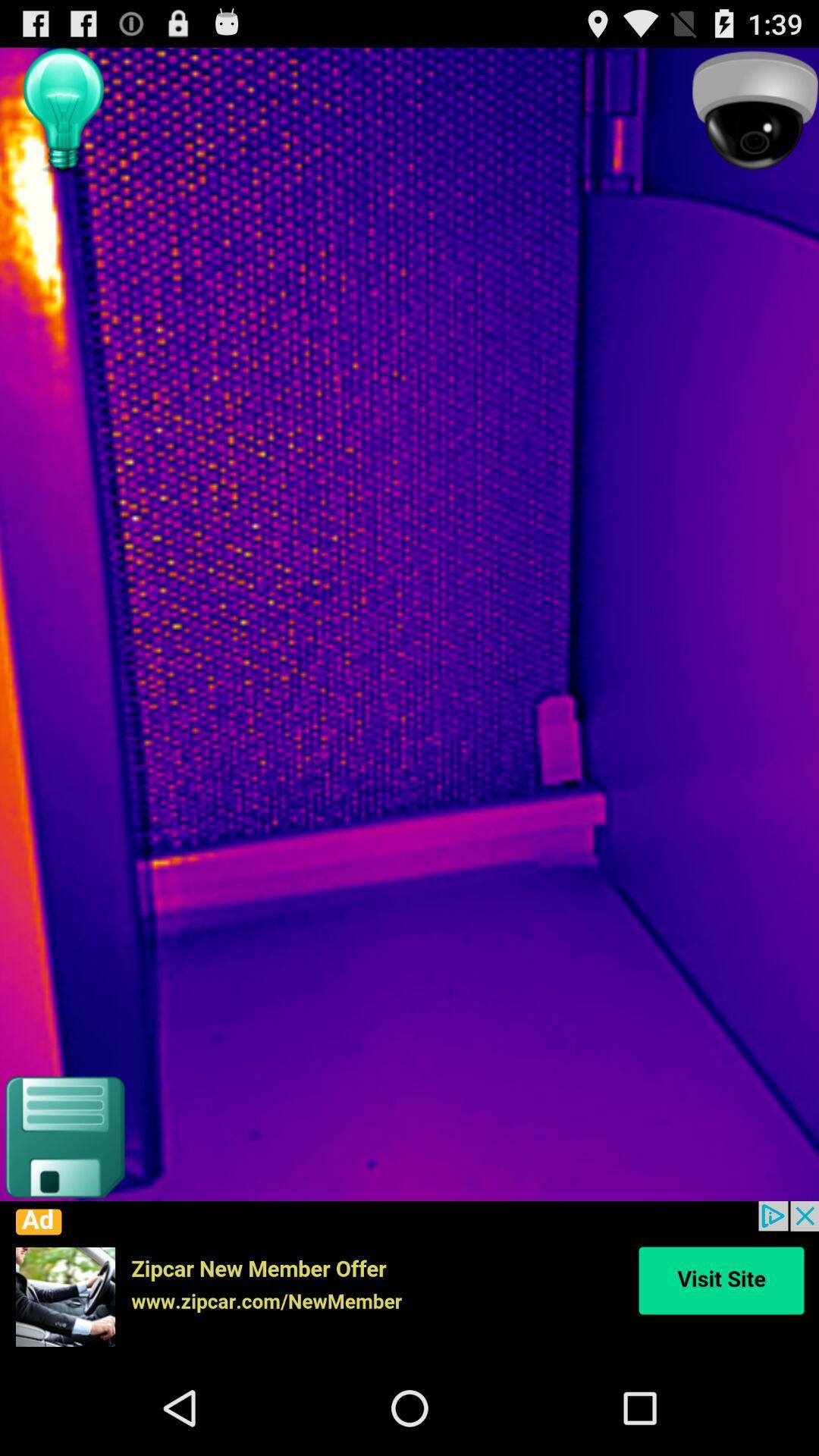  I want to click on clicks camera, so click(755, 111).